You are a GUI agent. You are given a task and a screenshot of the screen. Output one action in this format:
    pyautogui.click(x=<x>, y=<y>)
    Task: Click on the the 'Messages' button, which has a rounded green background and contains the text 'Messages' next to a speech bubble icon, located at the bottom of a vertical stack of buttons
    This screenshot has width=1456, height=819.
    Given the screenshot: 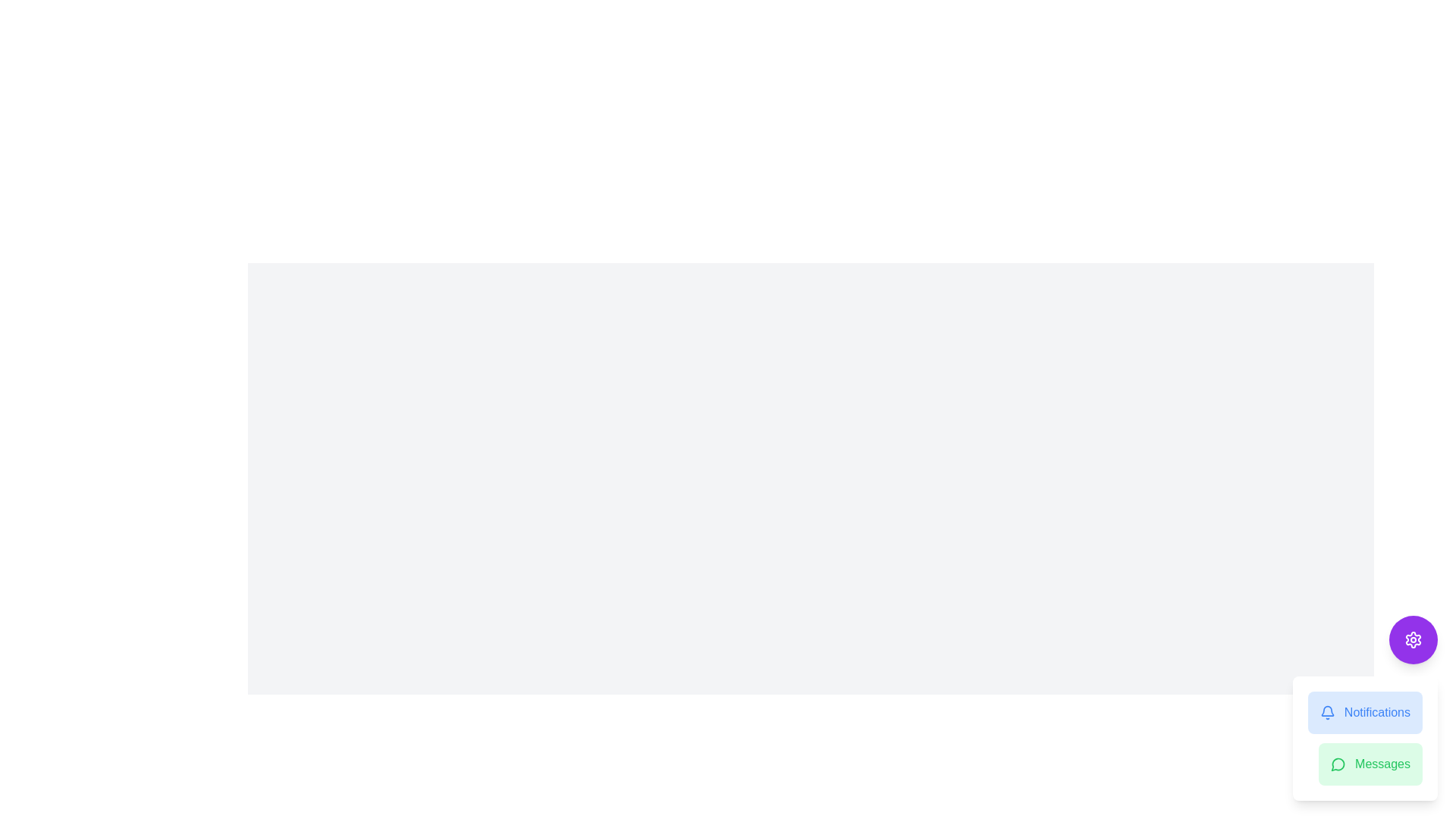 What is the action you would take?
    pyautogui.click(x=1370, y=764)
    